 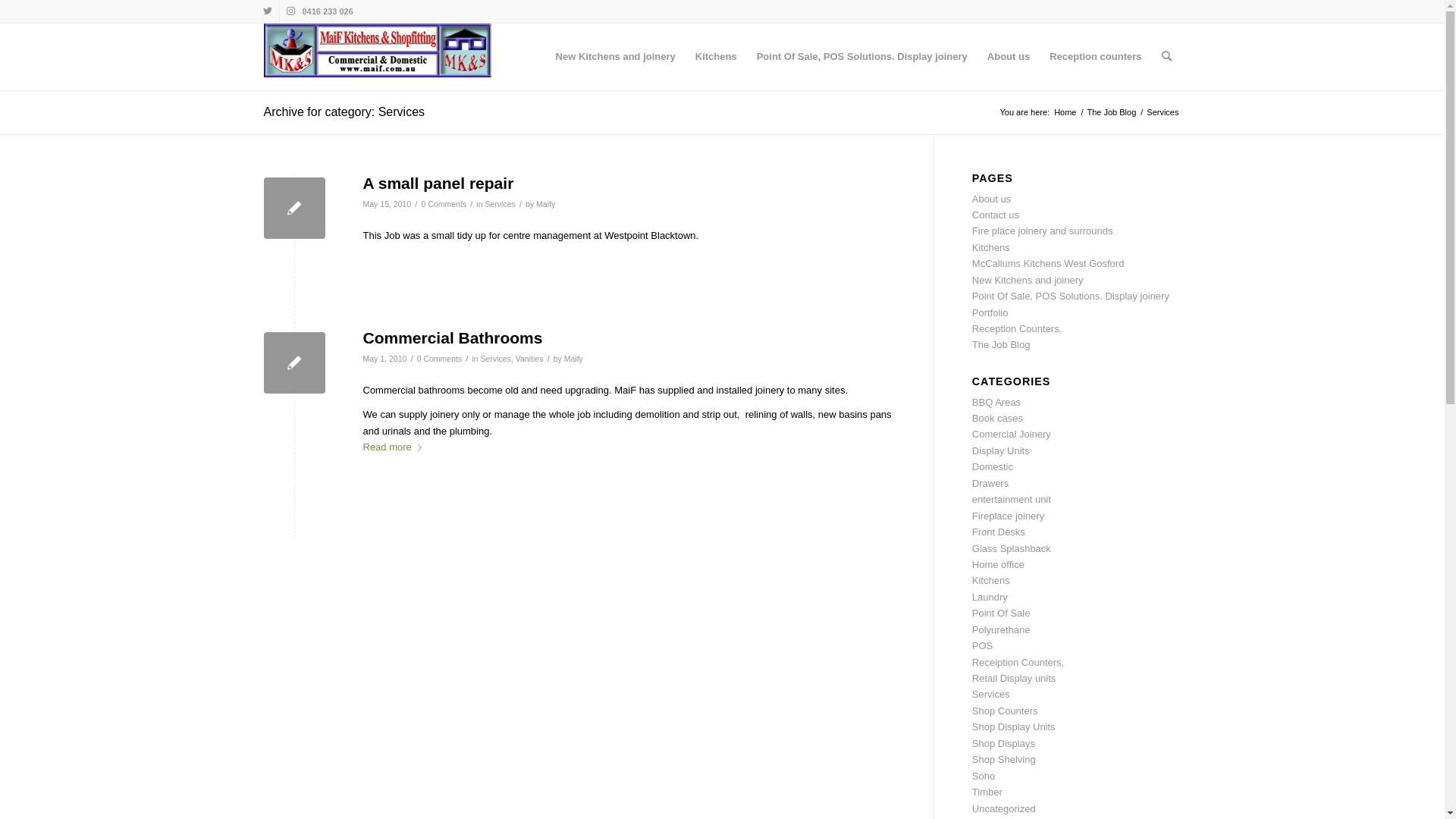 What do you see at coordinates (971, 231) in the screenshot?
I see `'Fire place joinery and surrounds'` at bounding box center [971, 231].